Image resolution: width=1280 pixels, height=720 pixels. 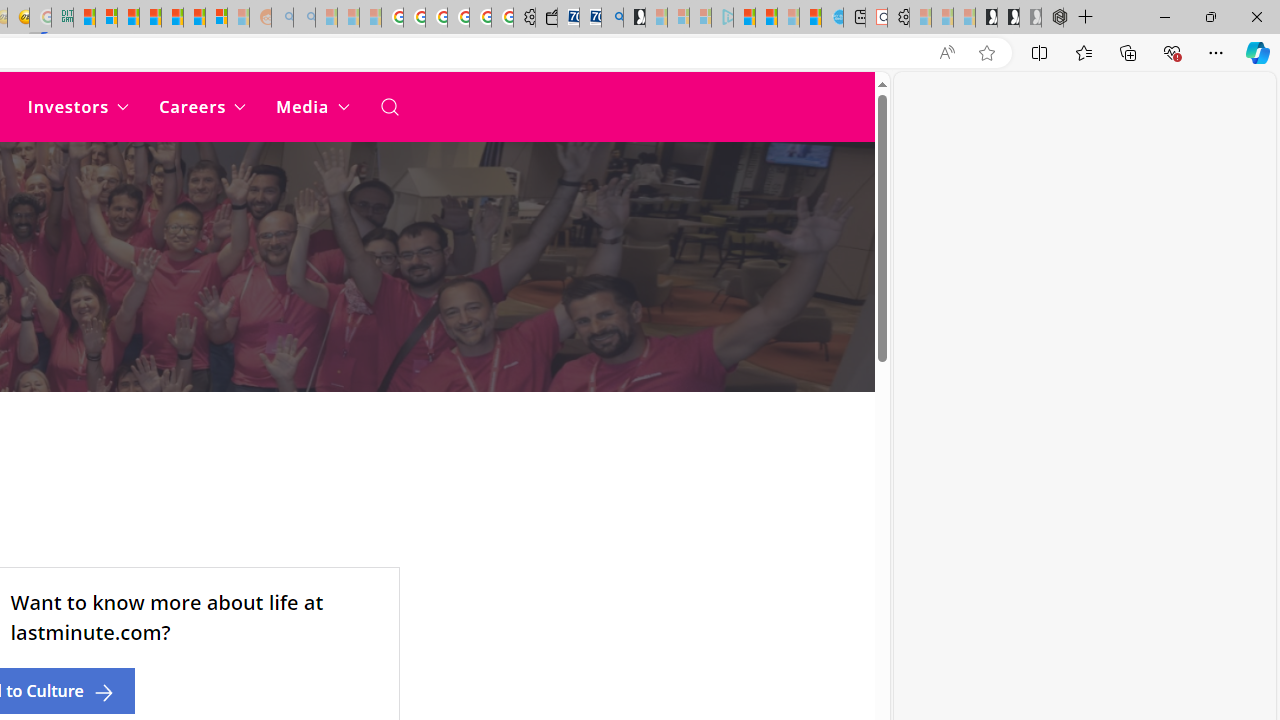 I want to click on 'Collections', so click(x=1128, y=51).